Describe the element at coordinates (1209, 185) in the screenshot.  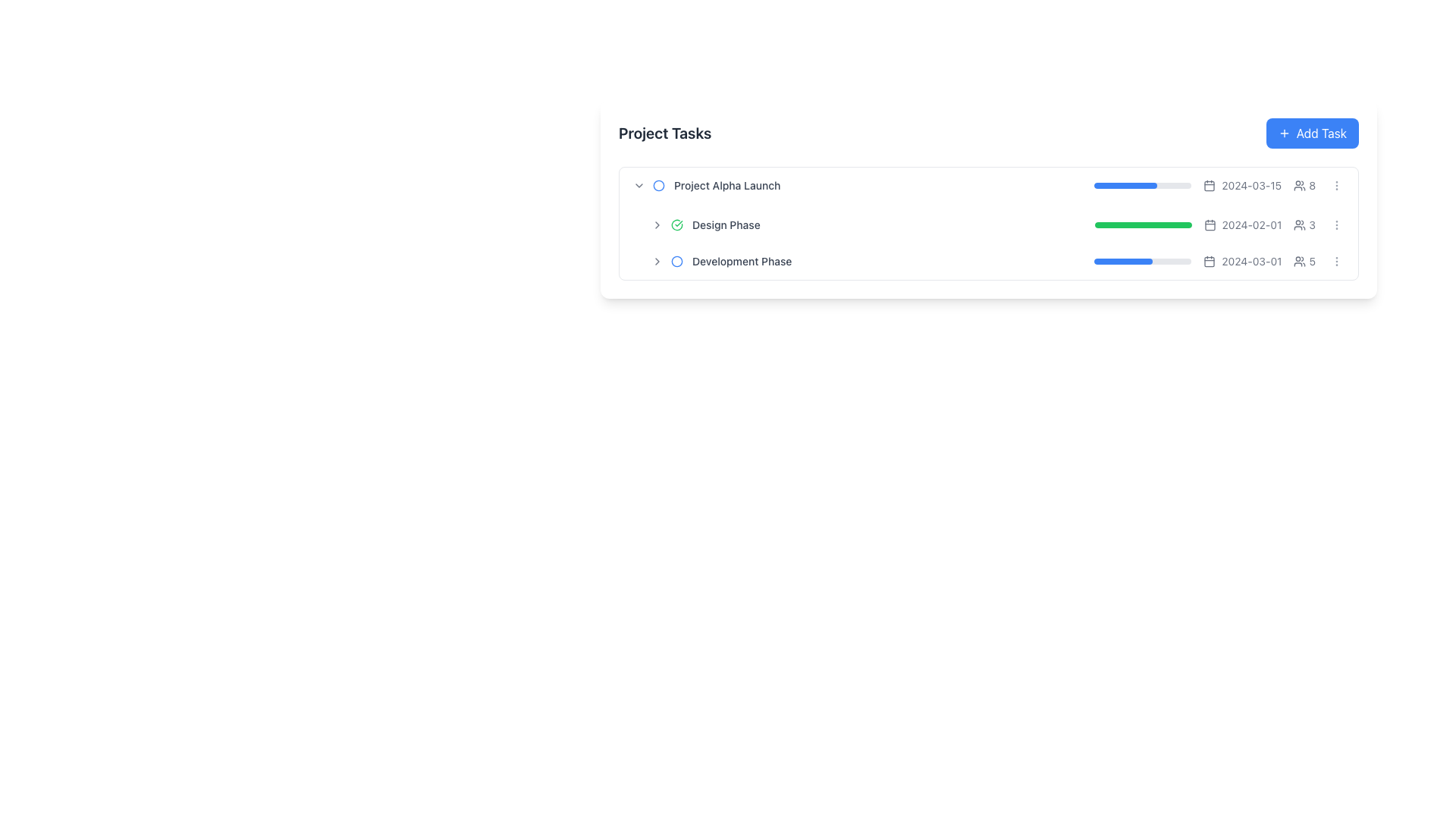
I see `the decorative element within the calendar icon located to the right of the 'Design Phase' task` at that location.